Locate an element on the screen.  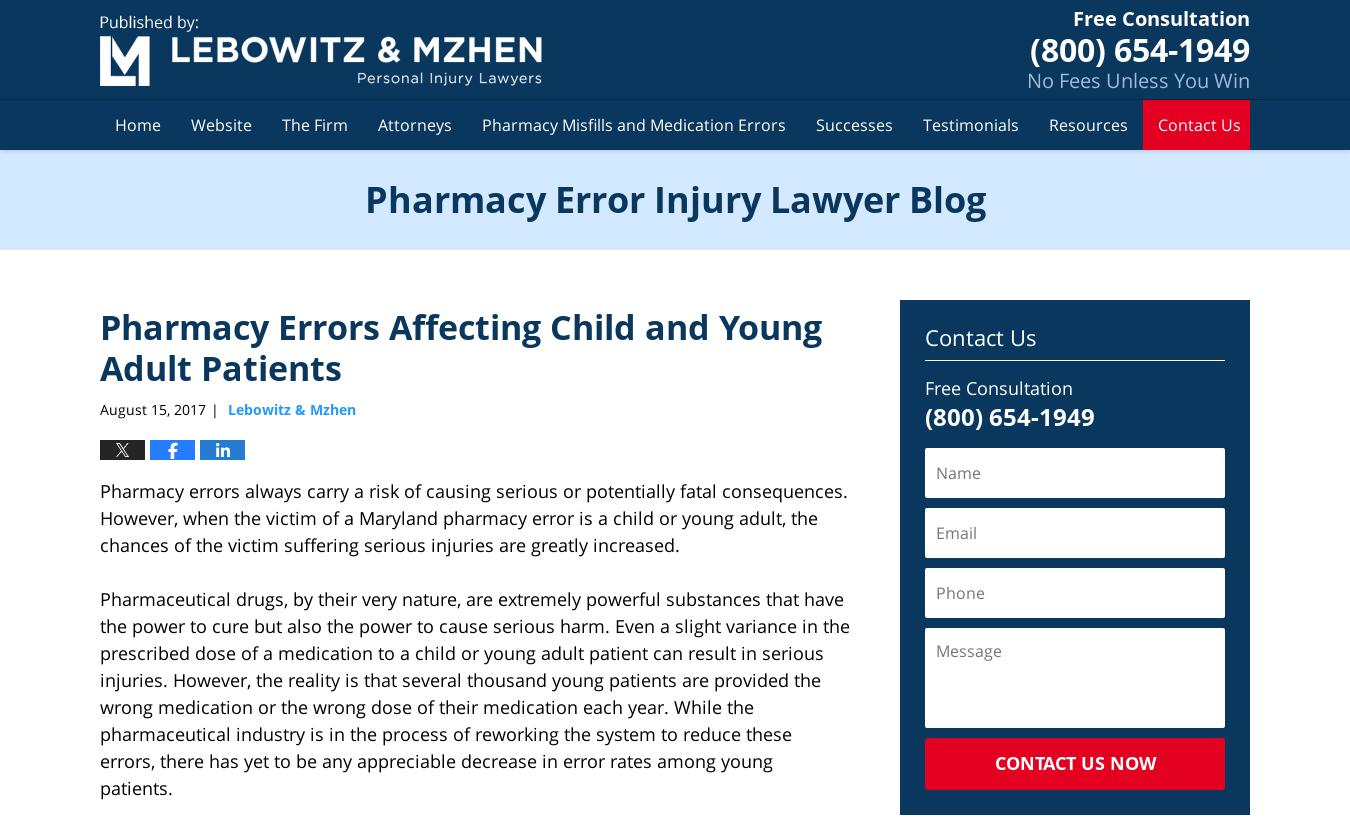
'Pharmacy Misfills and Medication Errors' is located at coordinates (480, 123).